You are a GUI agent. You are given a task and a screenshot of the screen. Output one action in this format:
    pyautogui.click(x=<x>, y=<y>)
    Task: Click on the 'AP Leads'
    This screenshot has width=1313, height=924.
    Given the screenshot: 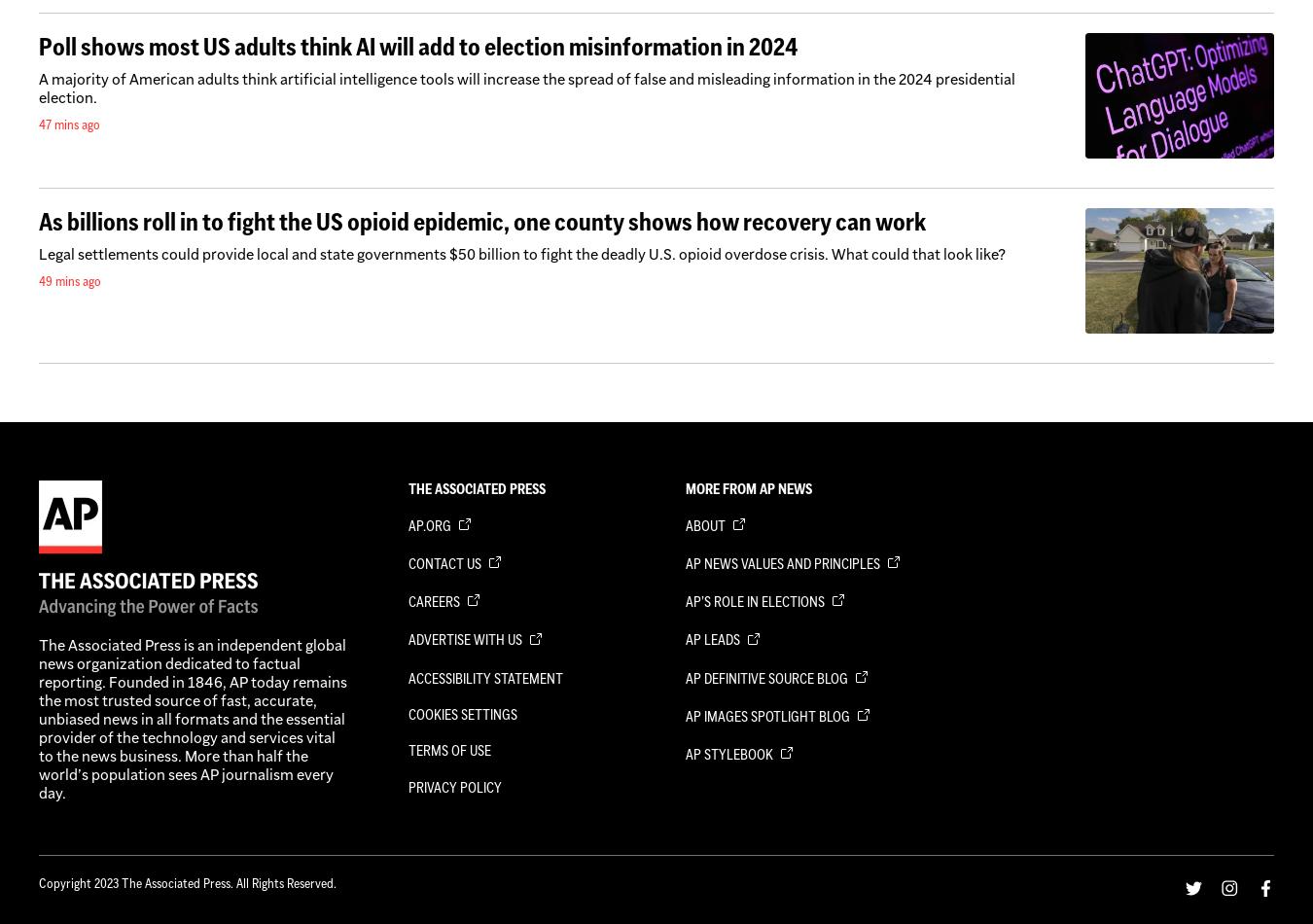 What is the action you would take?
    pyautogui.click(x=684, y=639)
    